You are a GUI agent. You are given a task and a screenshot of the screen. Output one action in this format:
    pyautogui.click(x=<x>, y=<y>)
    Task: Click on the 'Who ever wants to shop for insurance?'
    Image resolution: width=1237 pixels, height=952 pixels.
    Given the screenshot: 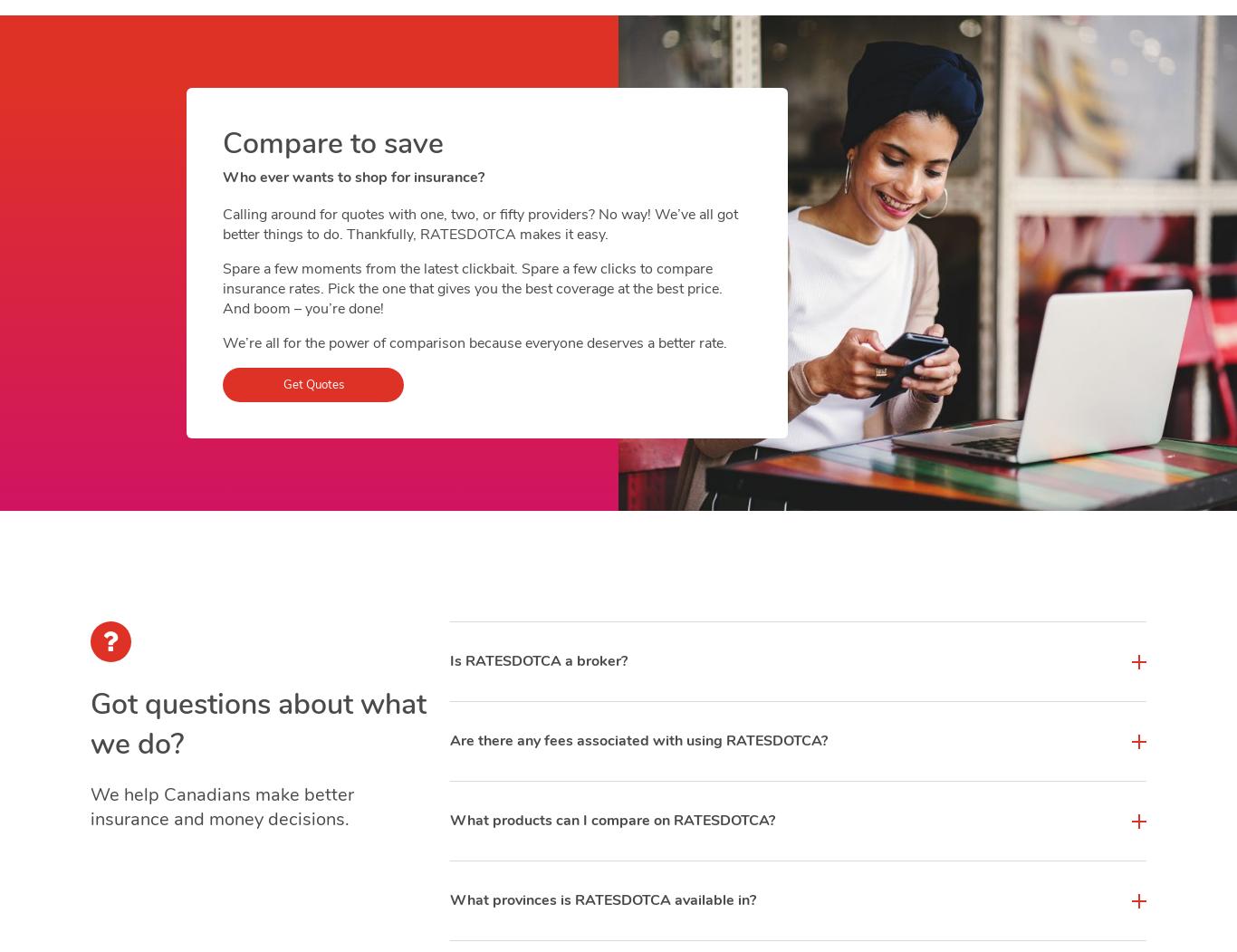 What is the action you would take?
    pyautogui.click(x=352, y=178)
    